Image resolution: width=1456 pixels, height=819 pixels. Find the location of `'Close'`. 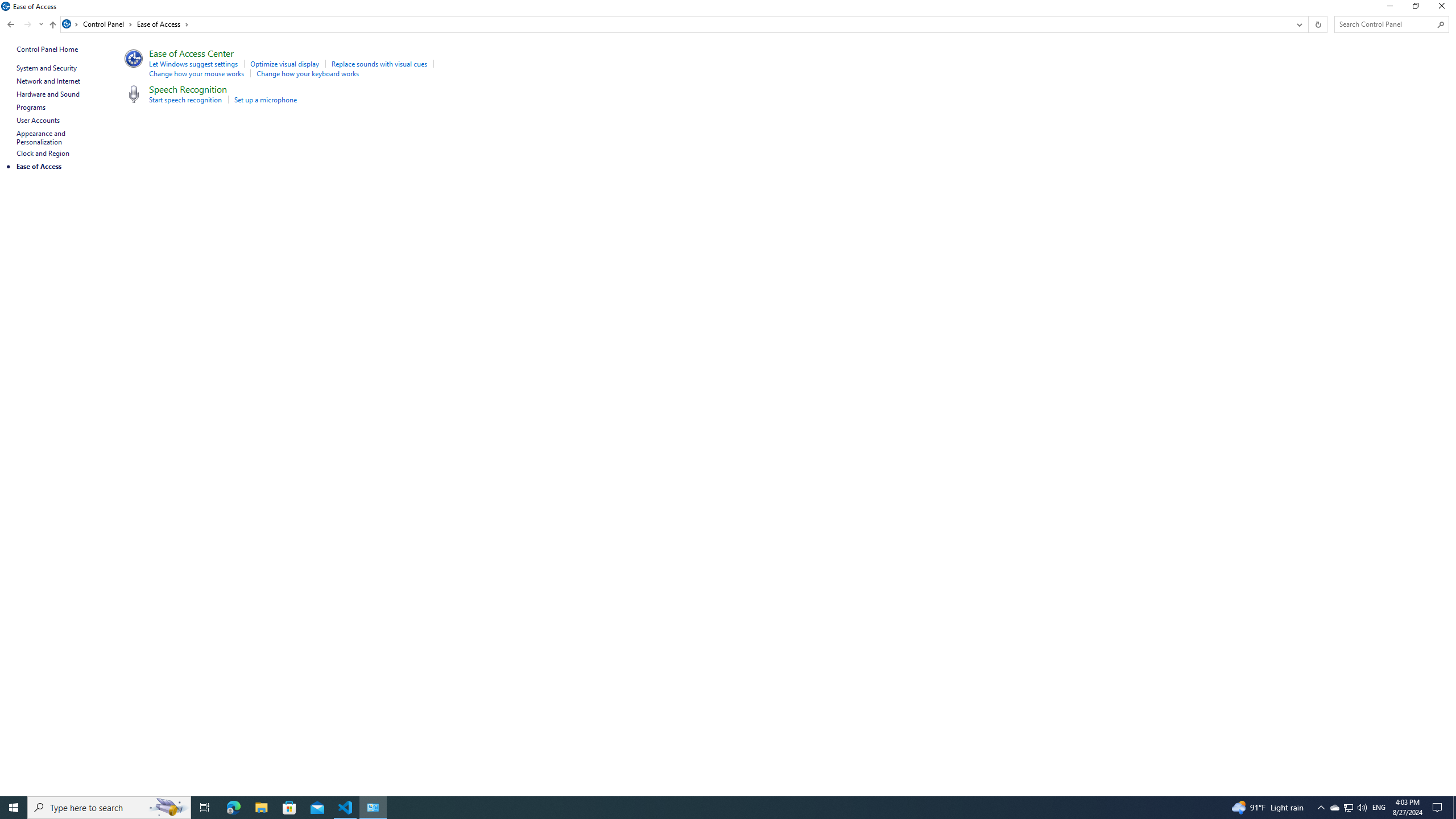

'Close' is located at coordinates (1444, 9).